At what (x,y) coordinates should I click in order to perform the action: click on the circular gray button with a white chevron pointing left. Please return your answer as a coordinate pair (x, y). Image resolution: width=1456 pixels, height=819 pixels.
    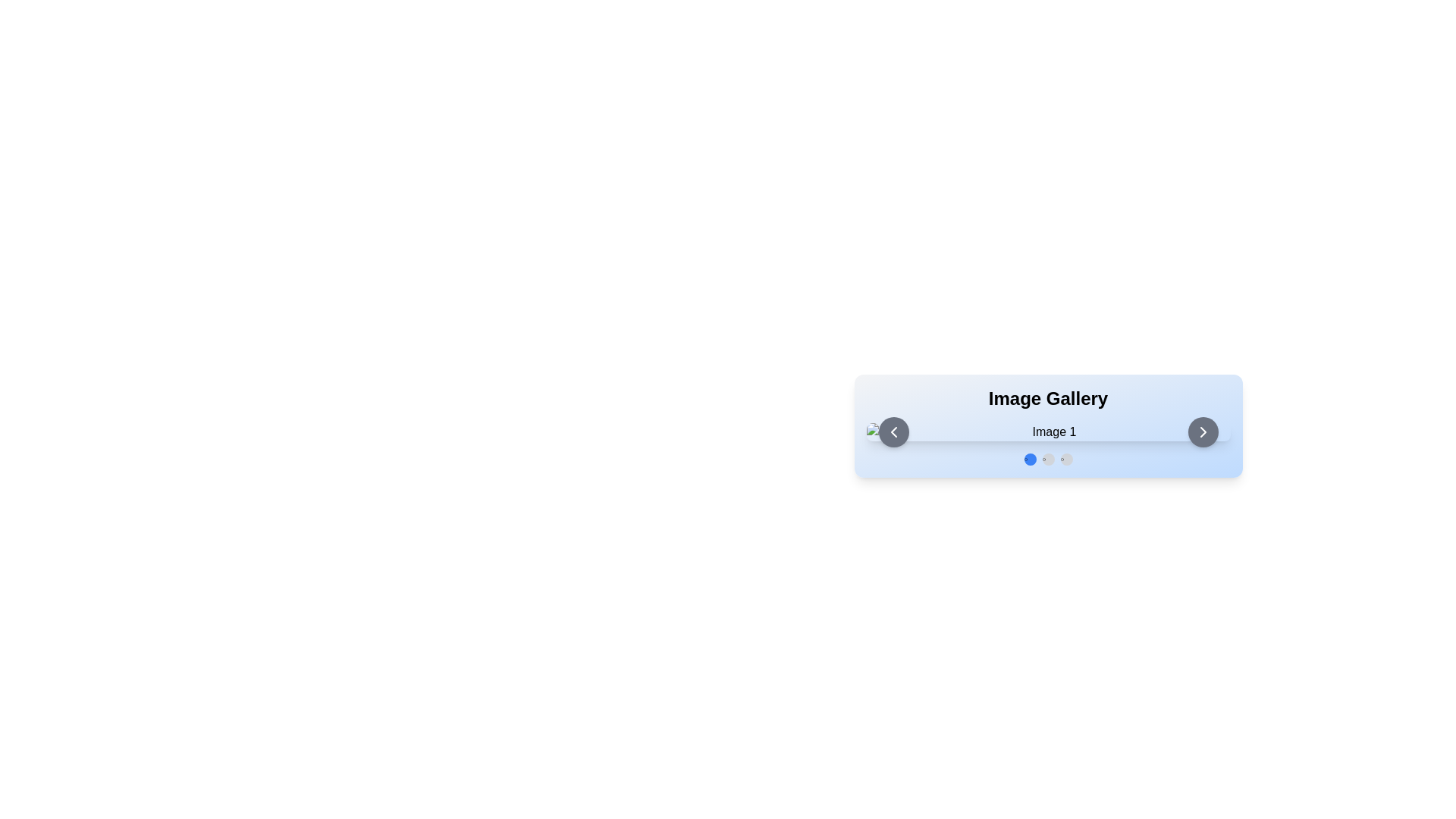
    Looking at the image, I should click on (893, 432).